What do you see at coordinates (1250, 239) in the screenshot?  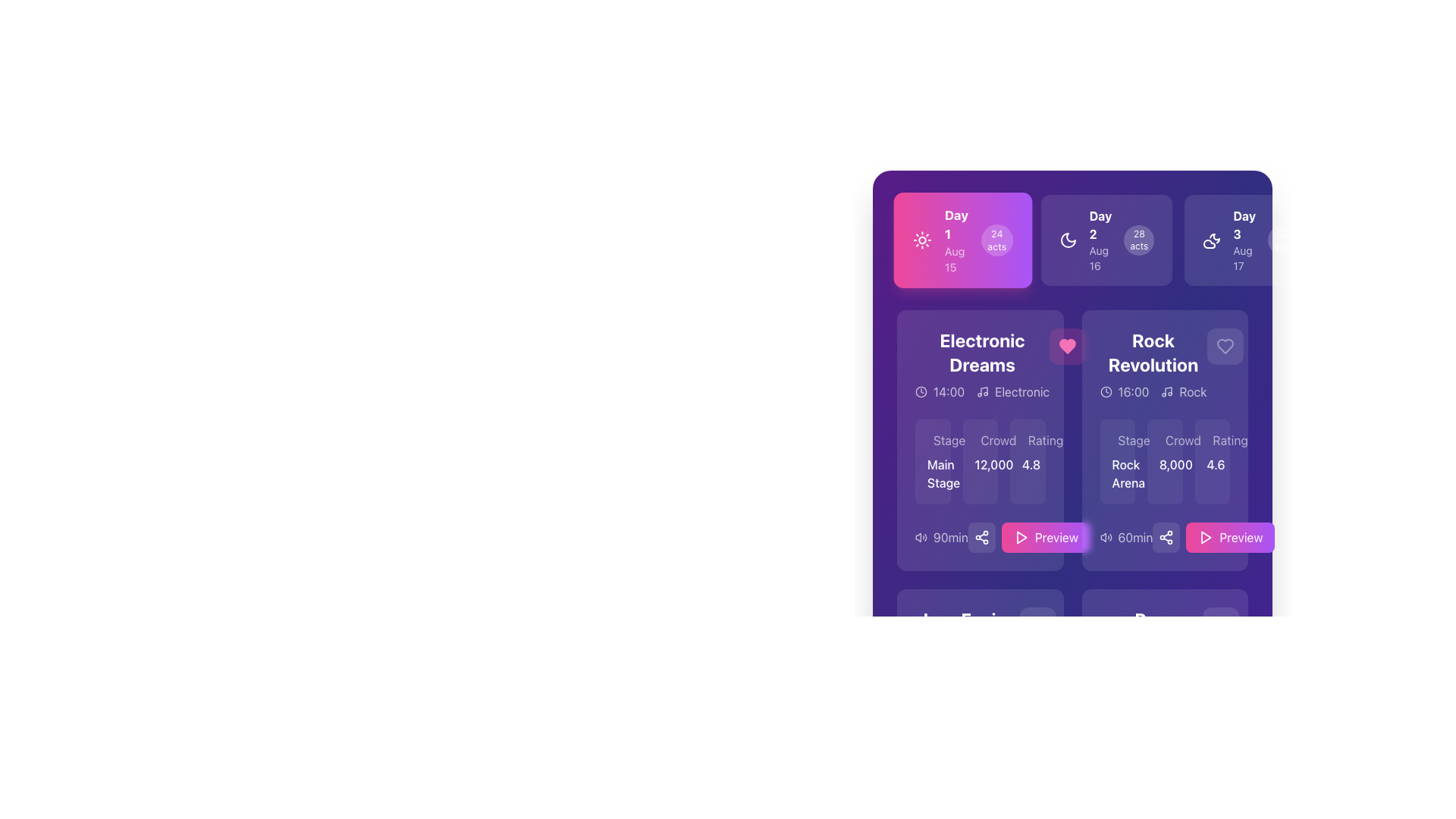 I see `the rectangular button labeled 'Day 3' with a purple background` at bounding box center [1250, 239].